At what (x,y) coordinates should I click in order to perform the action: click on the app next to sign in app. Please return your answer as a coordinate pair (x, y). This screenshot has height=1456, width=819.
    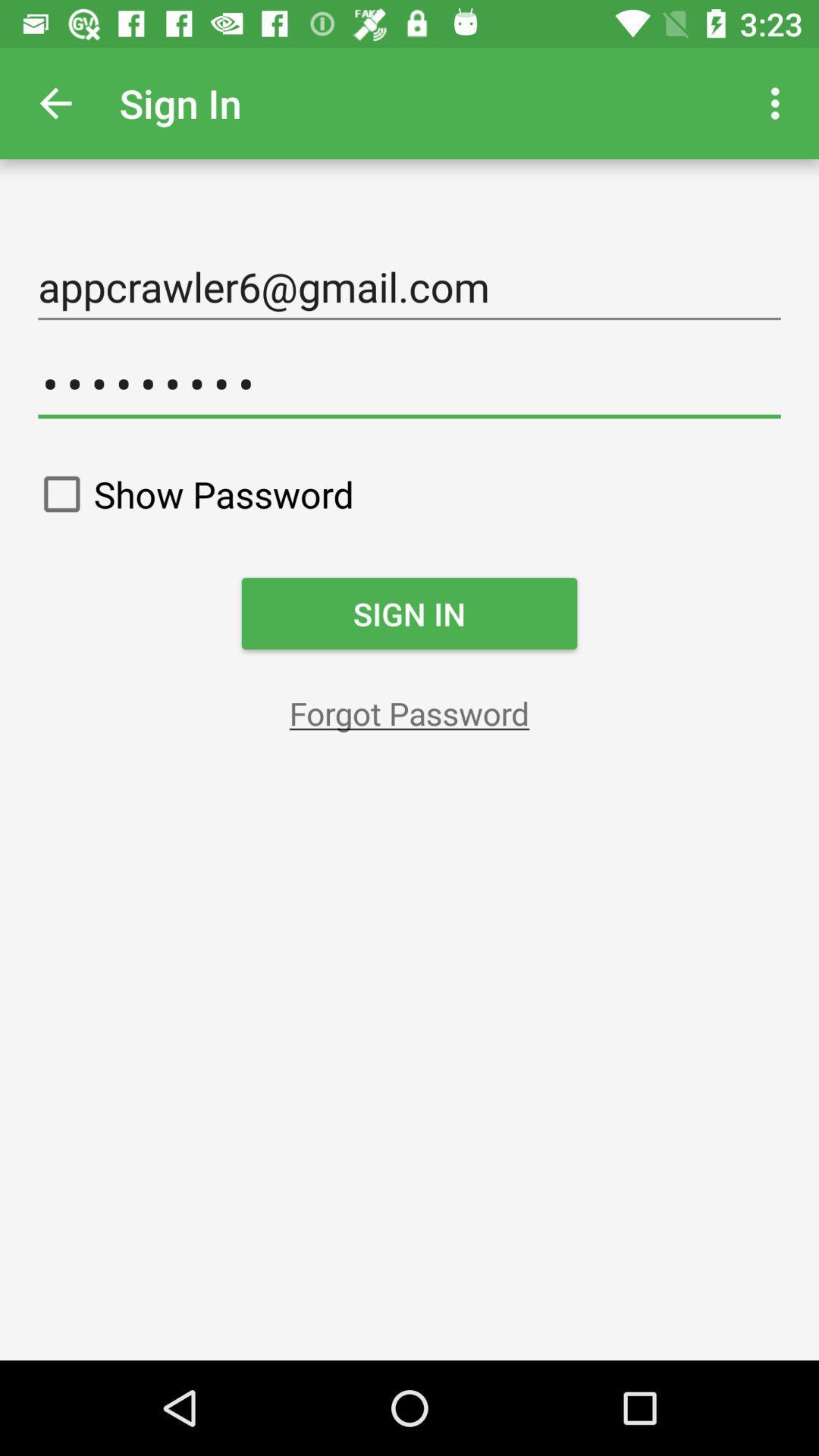
    Looking at the image, I should click on (779, 102).